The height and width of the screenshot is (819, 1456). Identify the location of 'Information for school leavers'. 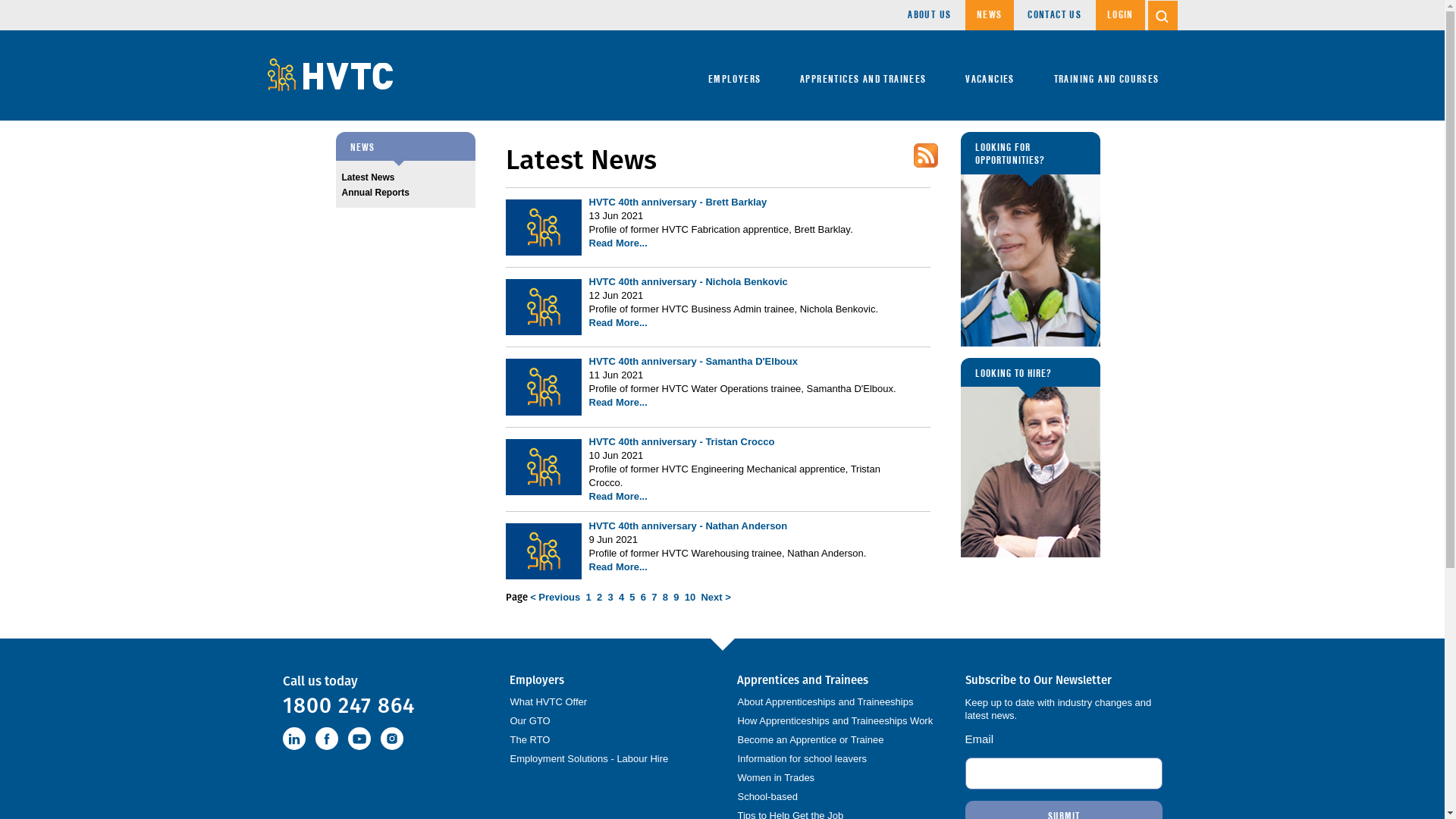
(801, 758).